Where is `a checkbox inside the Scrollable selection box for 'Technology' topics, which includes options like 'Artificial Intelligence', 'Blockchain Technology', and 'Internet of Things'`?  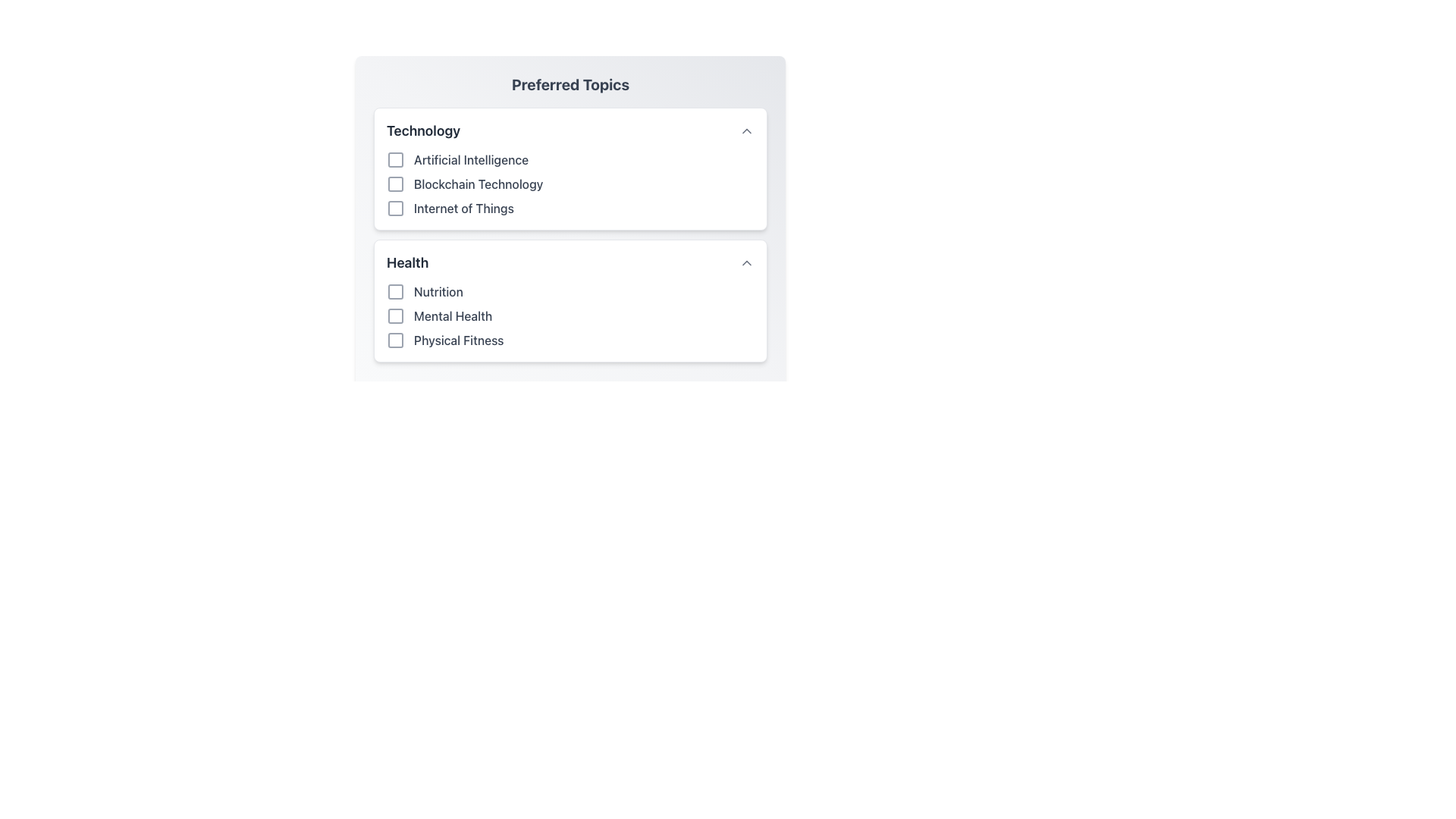
a checkbox inside the Scrollable selection box for 'Technology' topics, which includes options like 'Artificial Intelligence', 'Blockchain Technology', and 'Internet of Things' is located at coordinates (570, 209).